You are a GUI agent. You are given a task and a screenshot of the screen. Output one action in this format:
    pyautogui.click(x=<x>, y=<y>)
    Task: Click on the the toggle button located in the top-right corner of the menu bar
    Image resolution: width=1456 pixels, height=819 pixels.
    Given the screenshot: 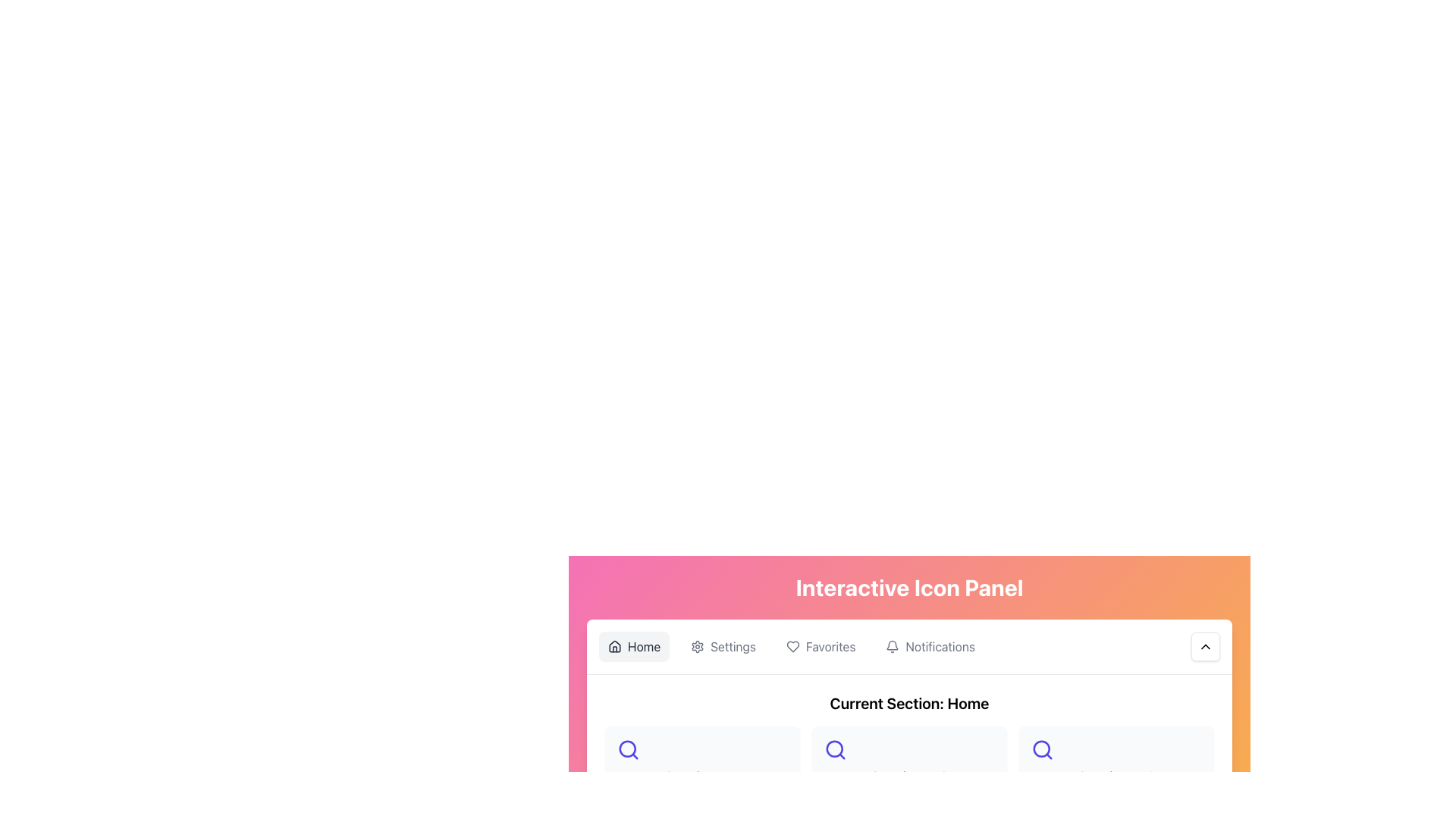 What is the action you would take?
    pyautogui.click(x=1204, y=646)
    